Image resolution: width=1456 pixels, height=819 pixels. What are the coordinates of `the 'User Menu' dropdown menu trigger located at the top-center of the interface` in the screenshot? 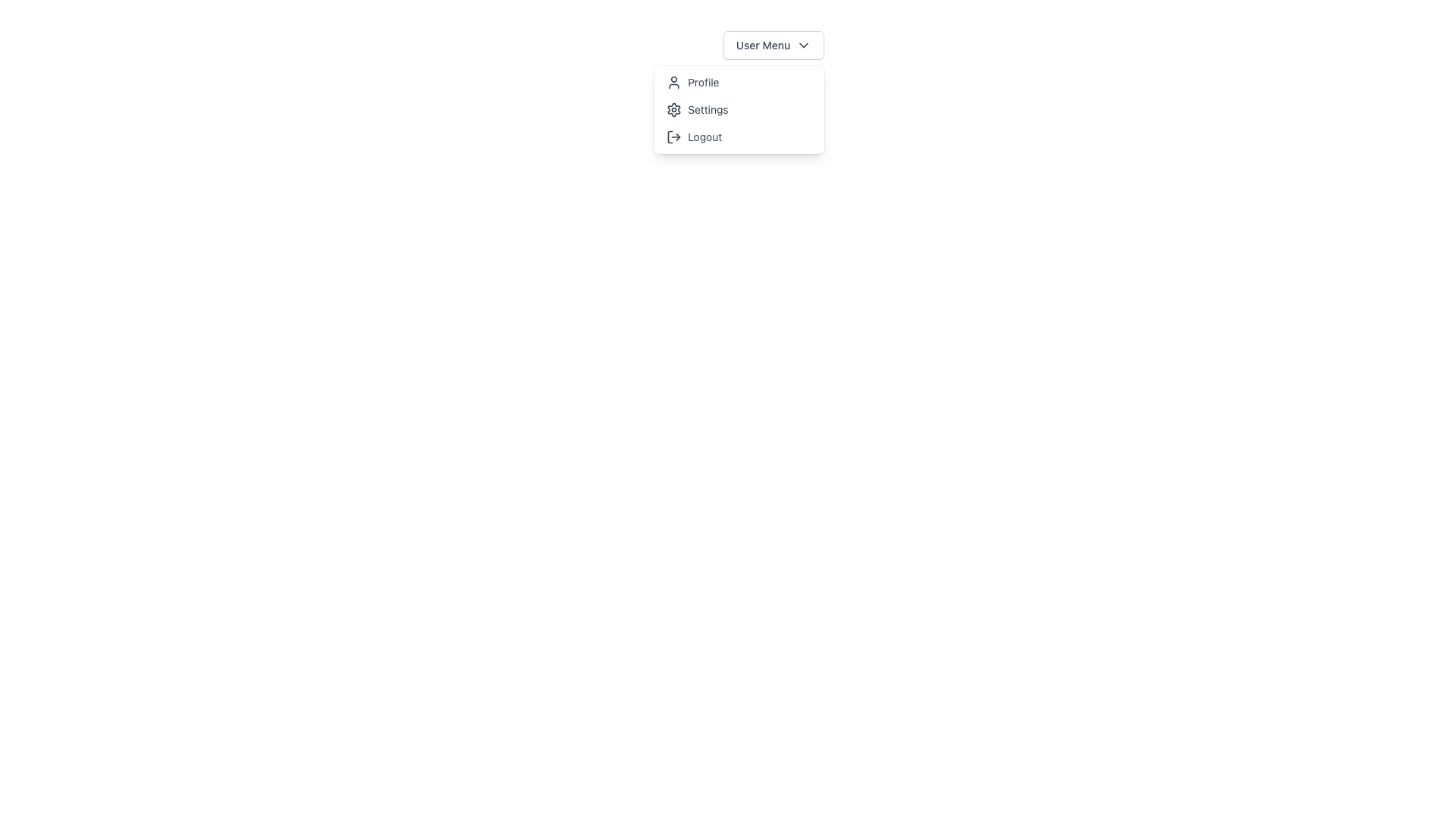 It's located at (773, 45).